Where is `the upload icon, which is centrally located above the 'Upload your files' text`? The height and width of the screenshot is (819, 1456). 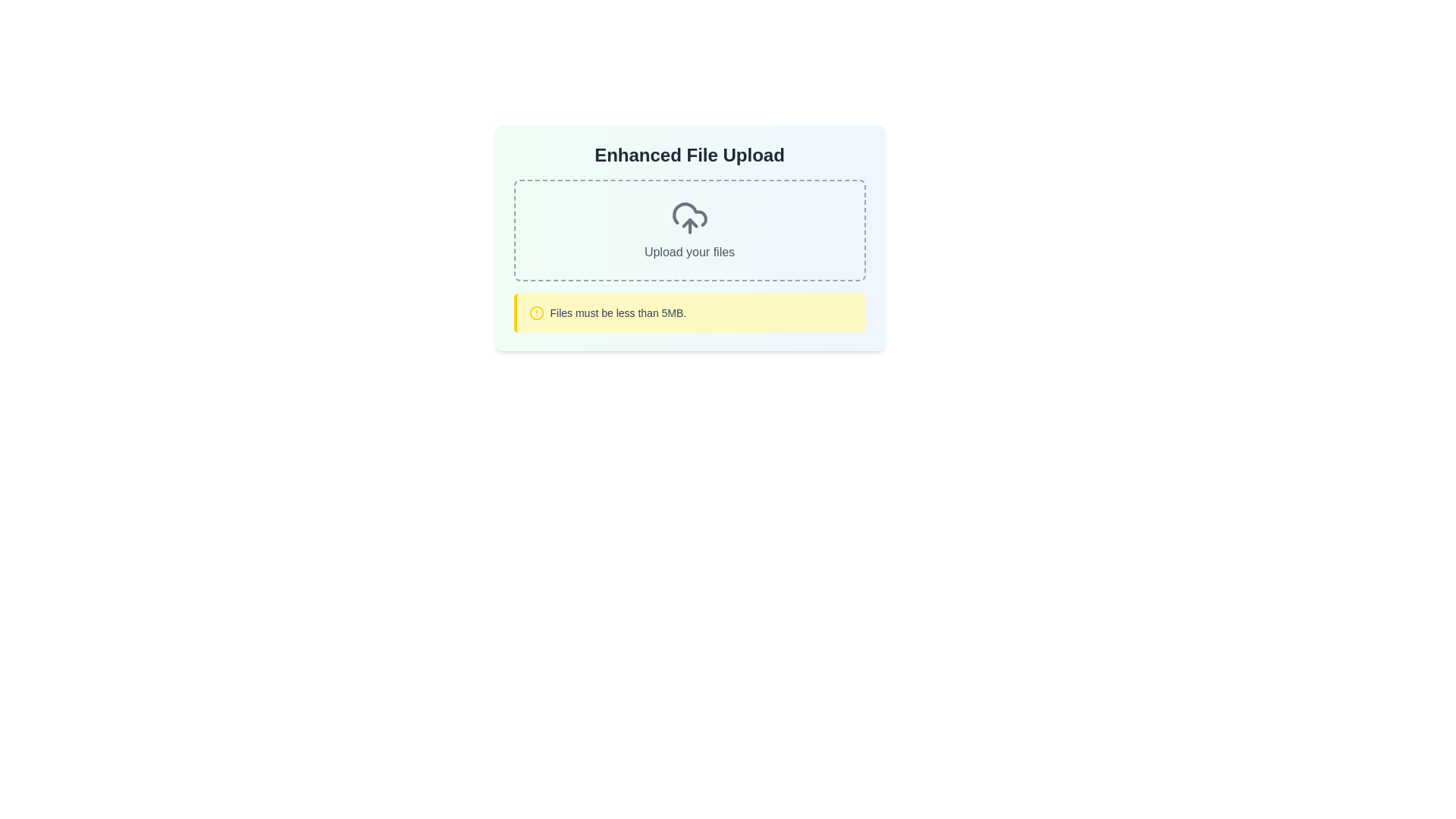 the upload icon, which is centrally located above the 'Upload your files' text is located at coordinates (689, 218).